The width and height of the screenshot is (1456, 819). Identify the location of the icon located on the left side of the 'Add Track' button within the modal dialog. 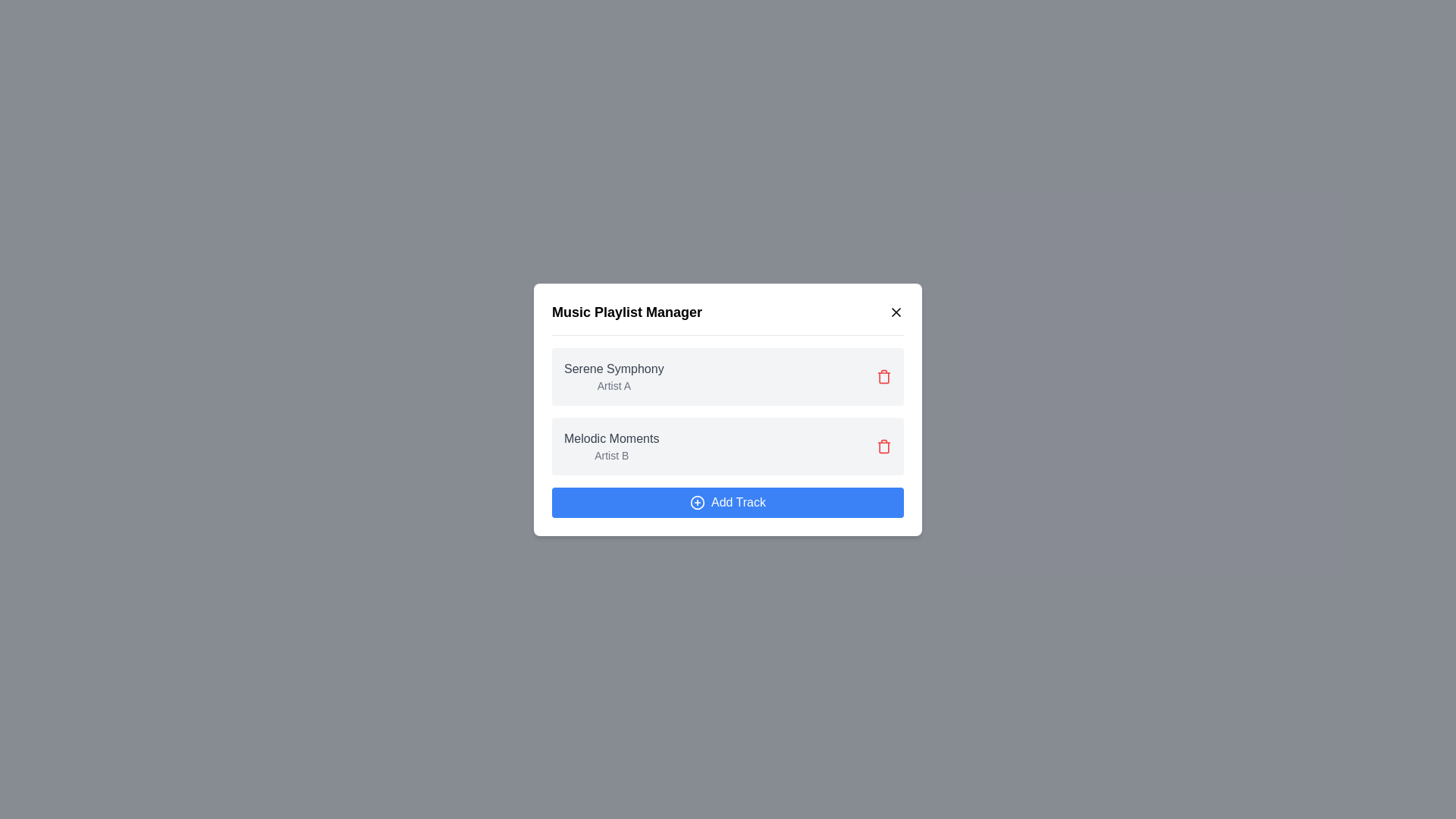
(697, 502).